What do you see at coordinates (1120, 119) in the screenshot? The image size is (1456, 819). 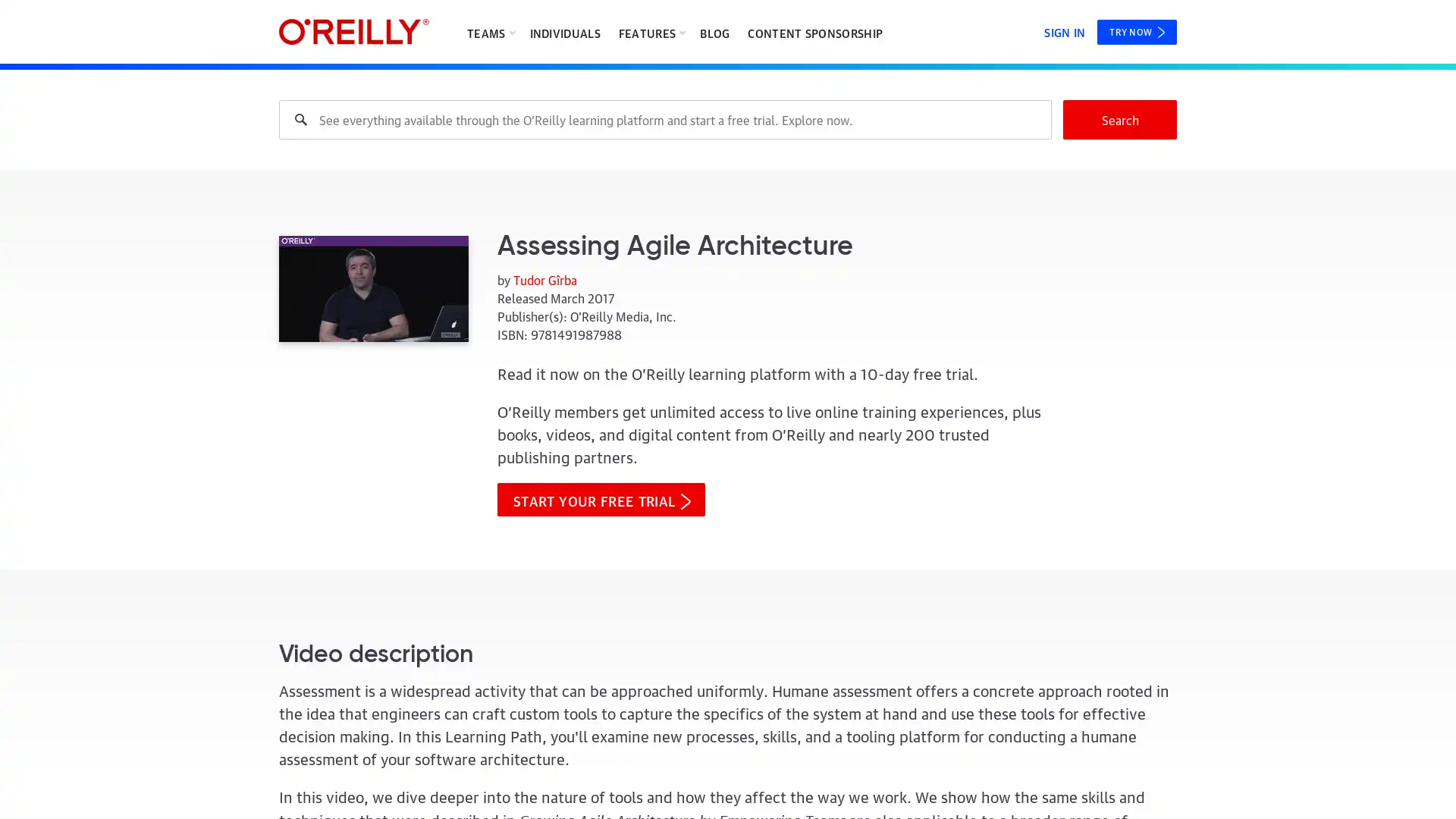 I see `Search` at bounding box center [1120, 119].